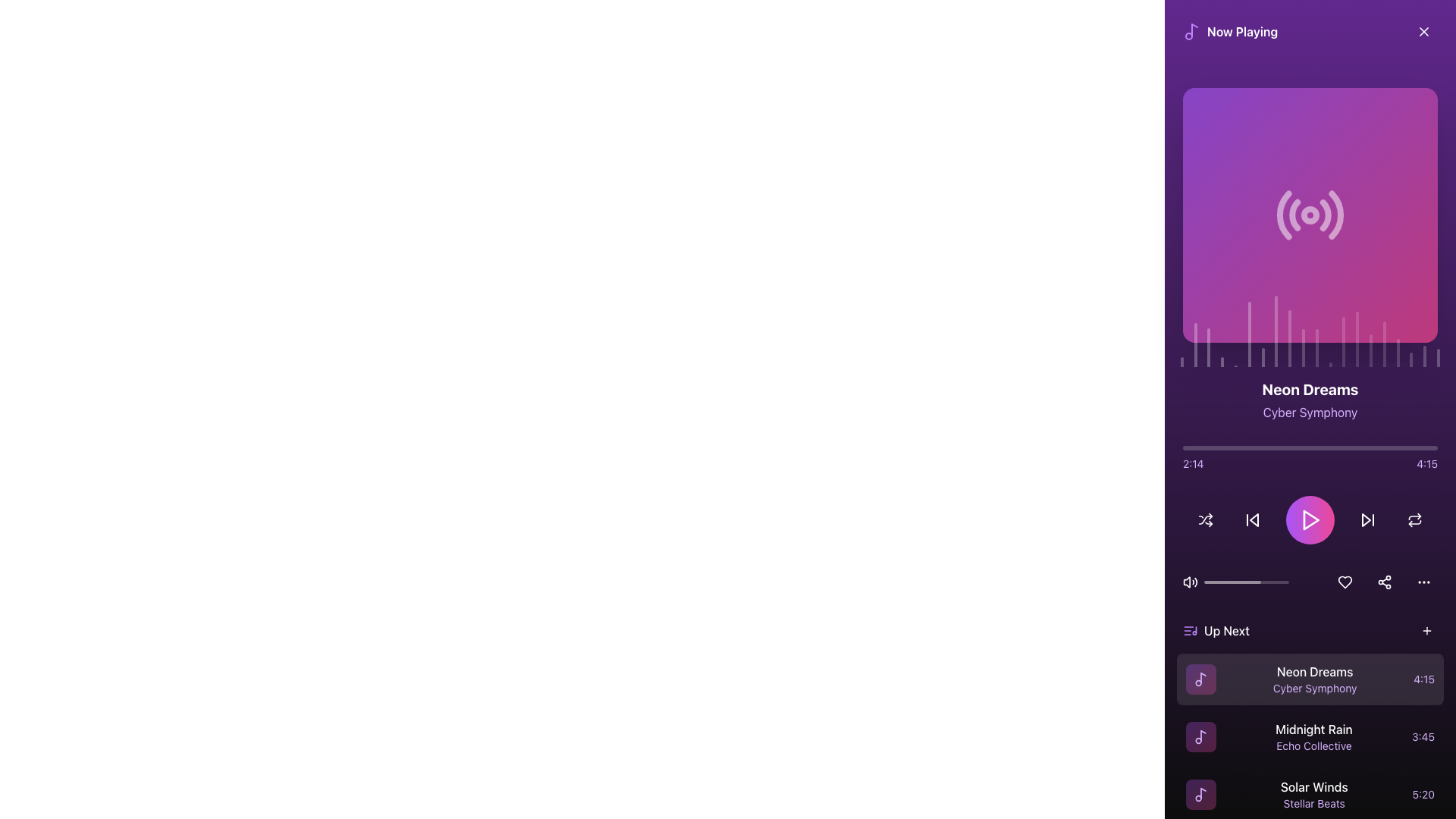  What do you see at coordinates (1397, 353) in the screenshot?
I see `the seventeenth vertical graphical bar in the equalizer or activity graph, which visualizes audio activity or sound levels` at bounding box center [1397, 353].